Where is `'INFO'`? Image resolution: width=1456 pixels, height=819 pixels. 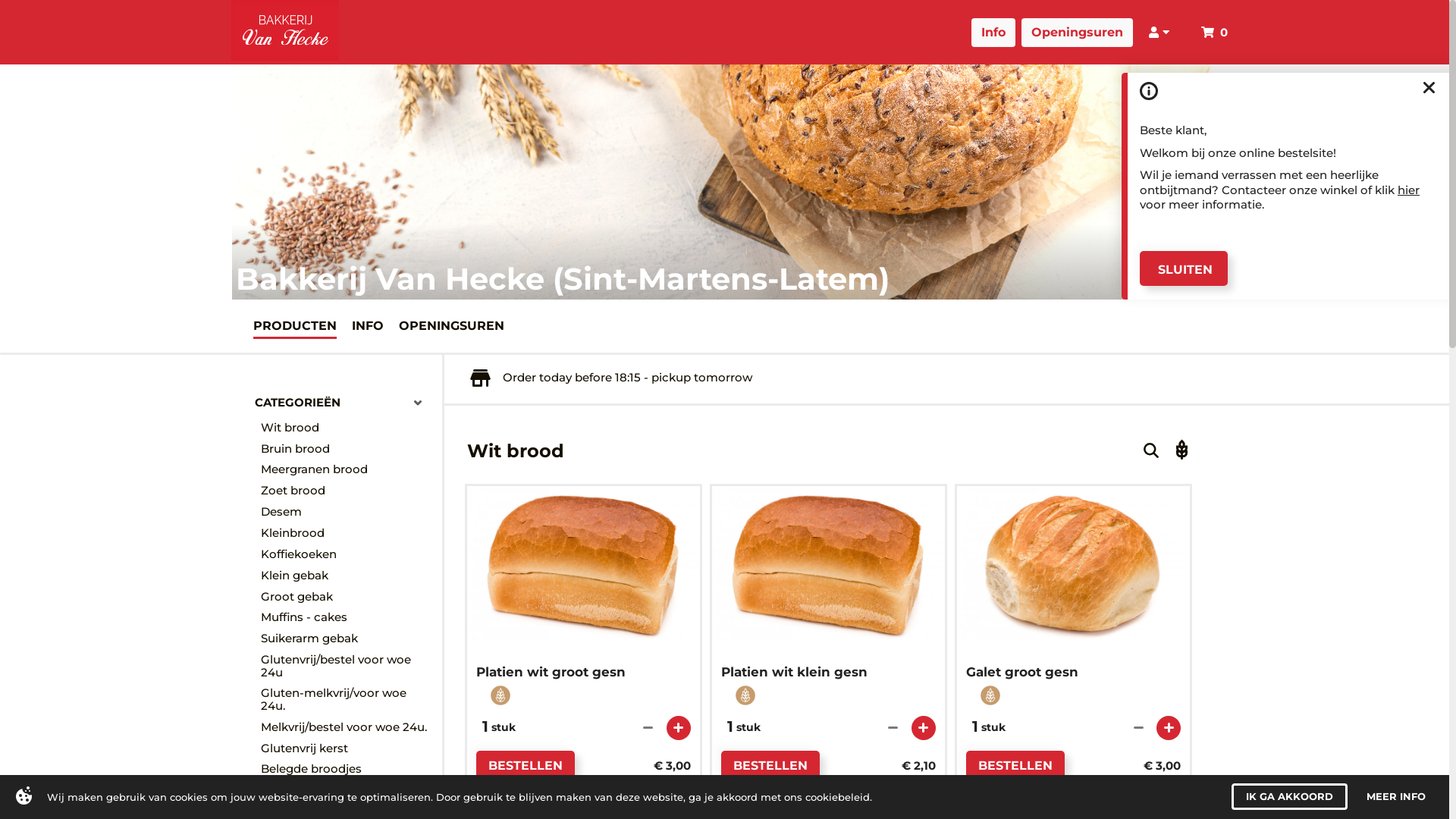
'INFO' is located at coordinates (351, 325).